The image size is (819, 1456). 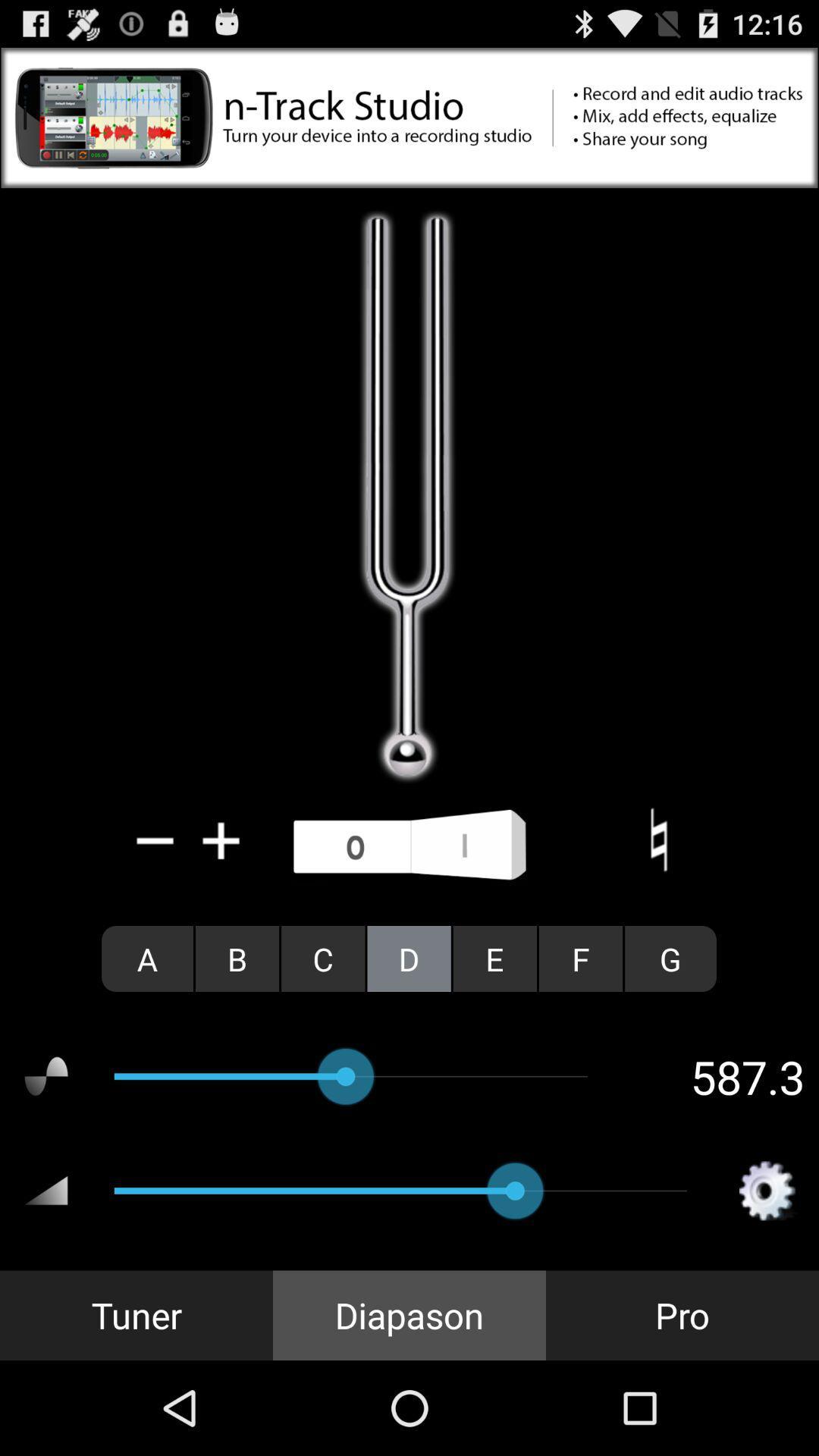 What do you see at coordinates (580, 958) in the screenshot?
I see `f item` at bounding box center [580, 958].